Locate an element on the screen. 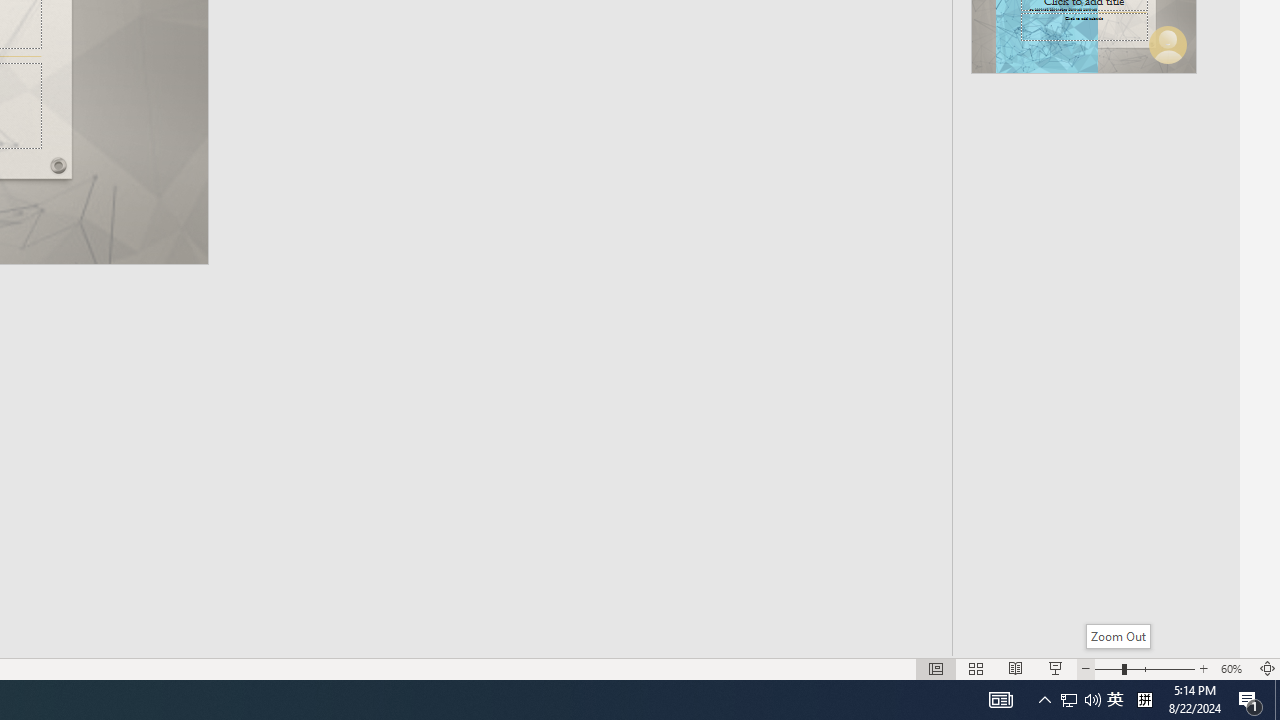 The width and height of the screenshot is (1280, 720). 'Normal' is located at coordinates (935, 669).